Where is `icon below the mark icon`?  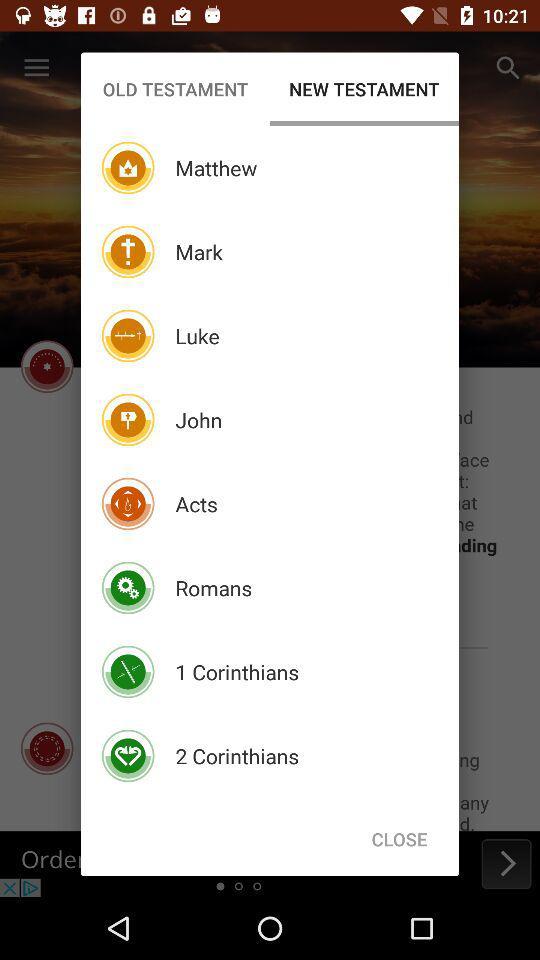
icon below the mark icon is located at coordinates (197, 336).